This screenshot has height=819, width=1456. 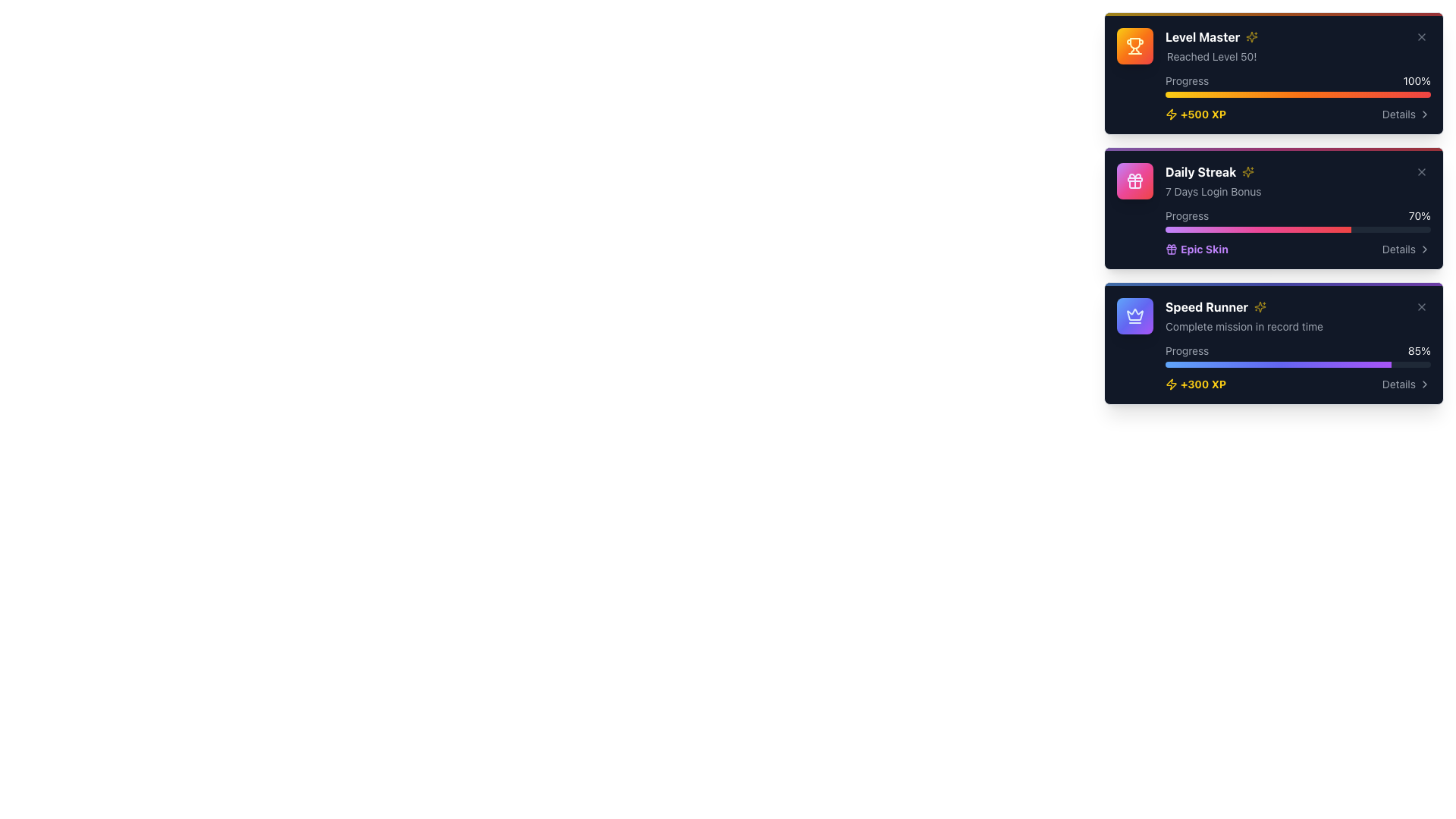 I want to click on the information in the Achievement card header titled 'Level Master' with a subtitle 'Reached Level 50!' located at the top of the progress cards list, so click(x=1298, y=45).